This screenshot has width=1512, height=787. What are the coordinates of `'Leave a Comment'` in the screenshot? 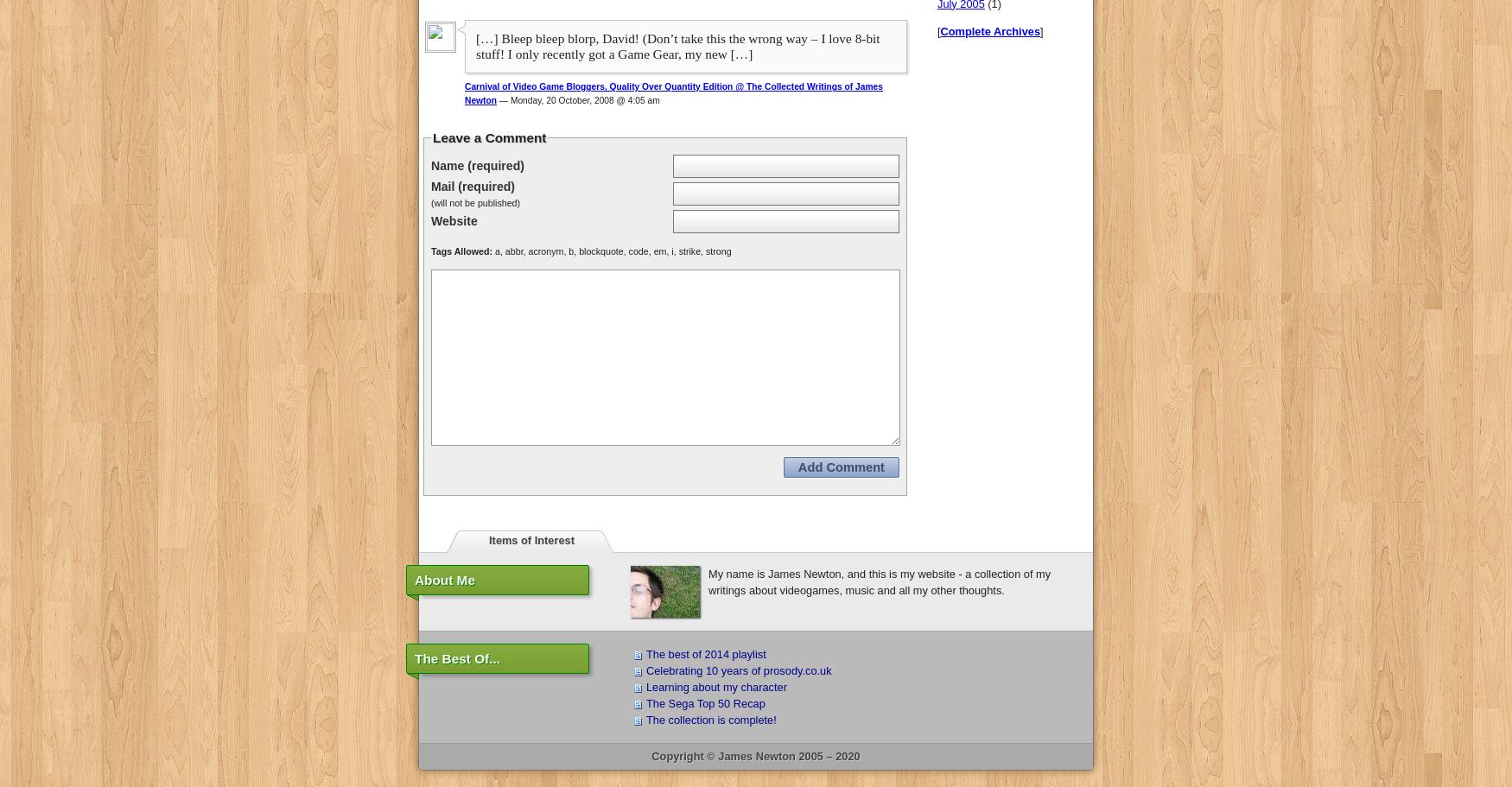 It's located at (432, 137).